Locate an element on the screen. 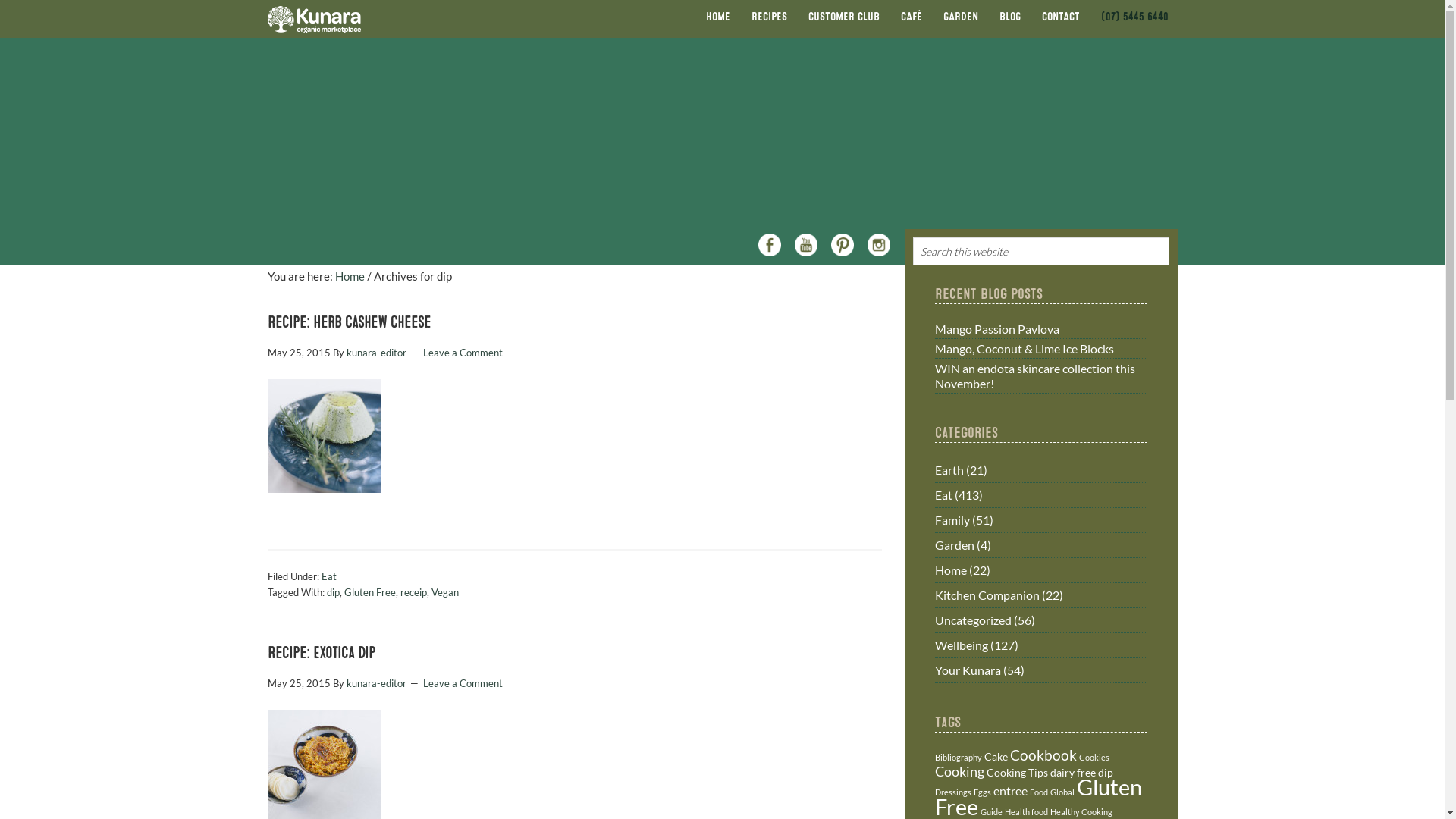 This screenshot has height=819, width=1456. 'Cooking Tips' is located at coordinates (1016, 772).